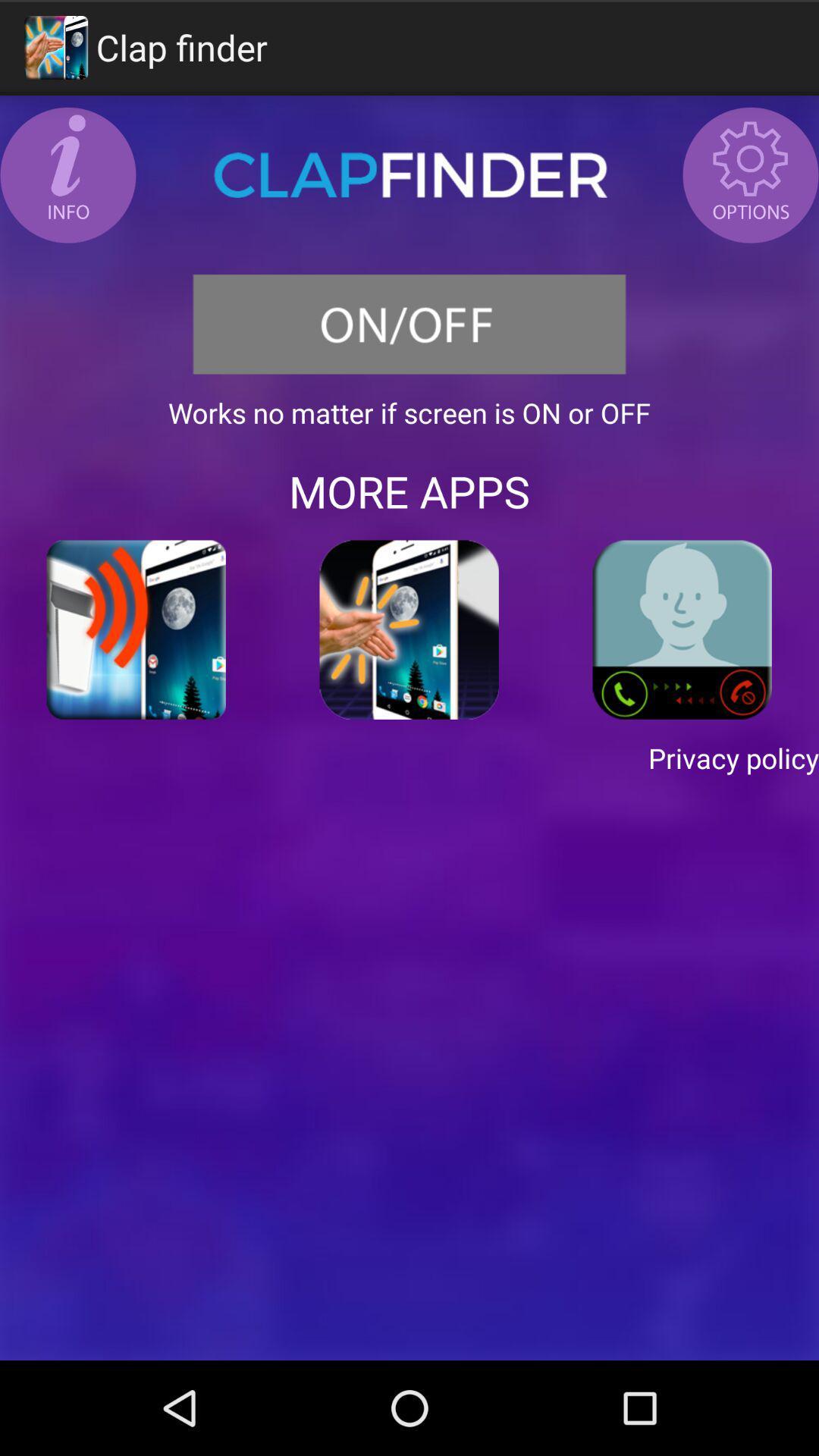  I want to click on the icon below the more apps, so click(409, 629).